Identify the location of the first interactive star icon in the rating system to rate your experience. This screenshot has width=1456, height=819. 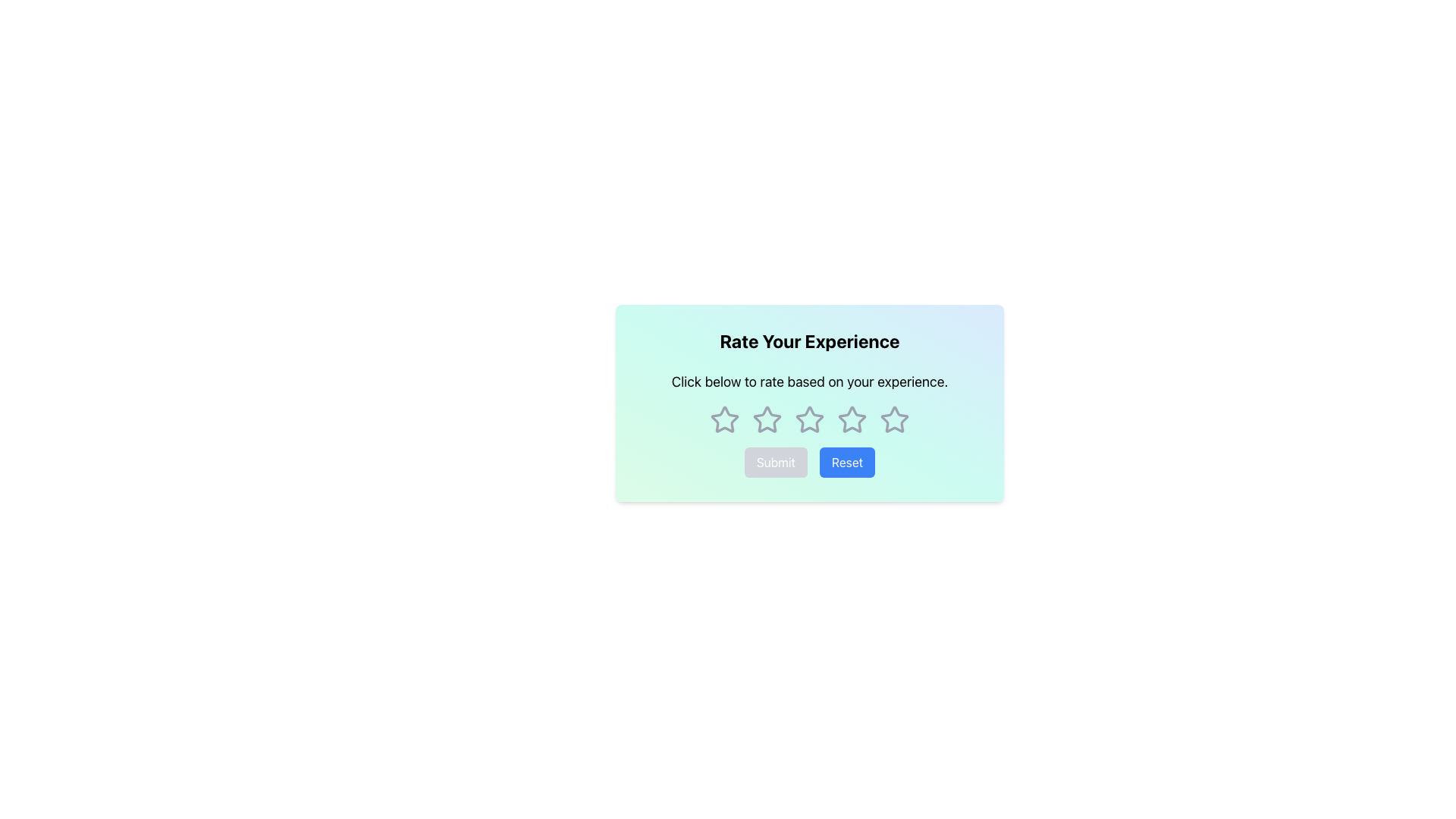
(723, 419).